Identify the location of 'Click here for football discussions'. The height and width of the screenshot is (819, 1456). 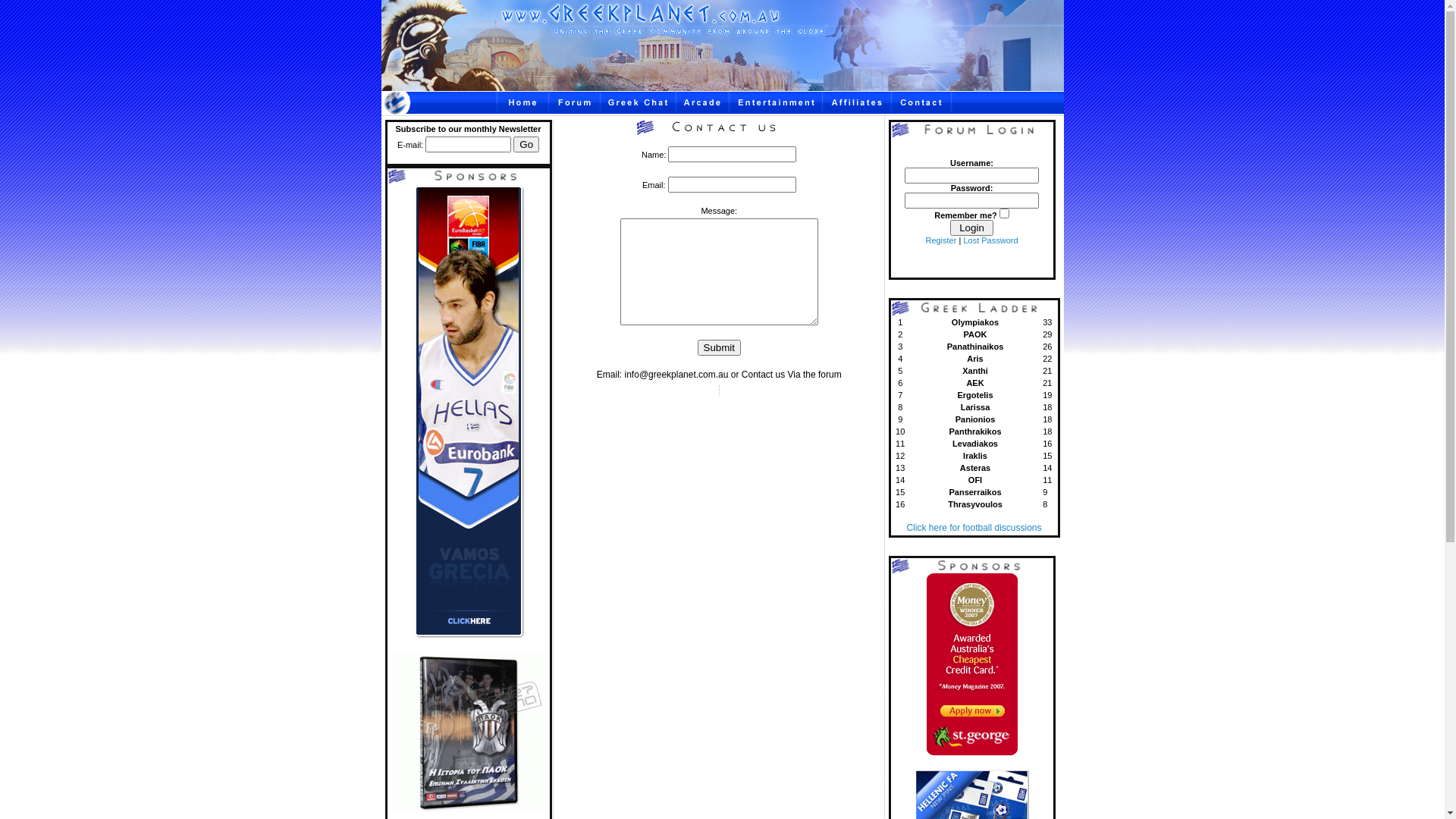
(973, 526).